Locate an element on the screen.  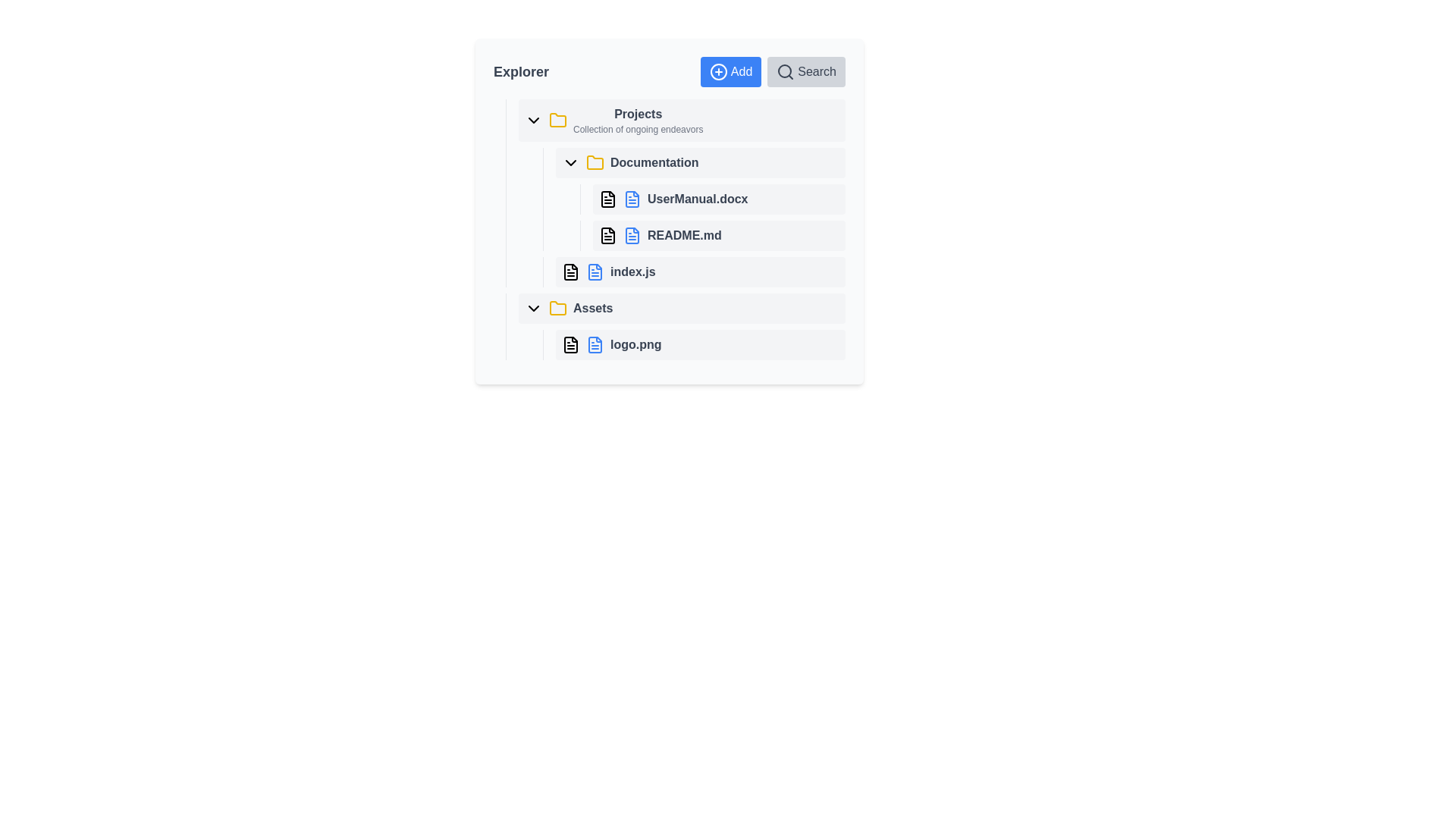
the blue file-shaped icon with a folded corner, which is the third item in the 'Documentation' folder is located at coordinates (632, 236).